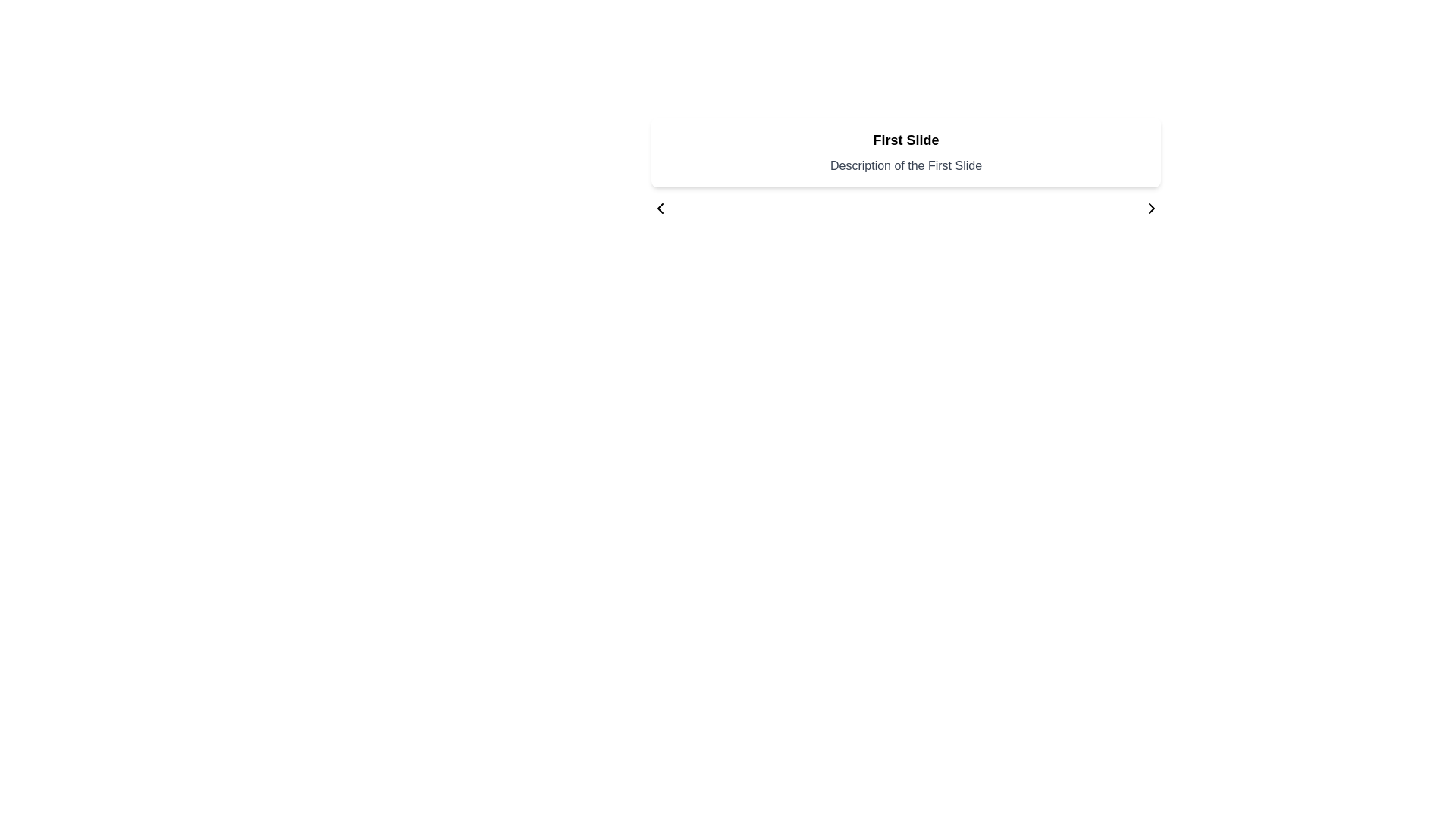  Describe the element at coordinates (660, 208) in the screenshot. I see `the chevron-like icon resembling a left-pointing arrow located in the top-left corner of the 'First Slide' card` at that location.